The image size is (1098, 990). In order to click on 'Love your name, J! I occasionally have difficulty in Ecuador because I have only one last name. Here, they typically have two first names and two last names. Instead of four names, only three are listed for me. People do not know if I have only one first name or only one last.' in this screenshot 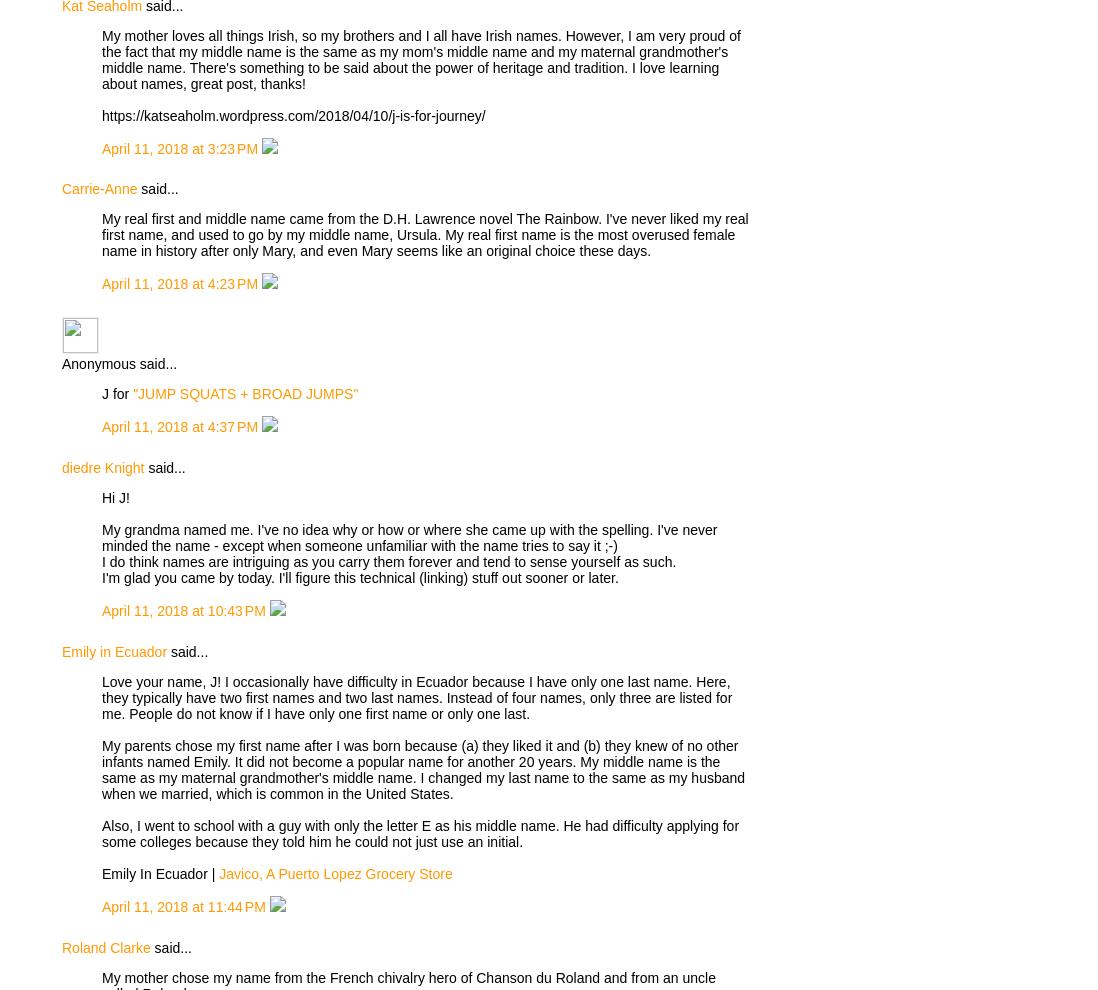, I will do `click(102, 695)`.